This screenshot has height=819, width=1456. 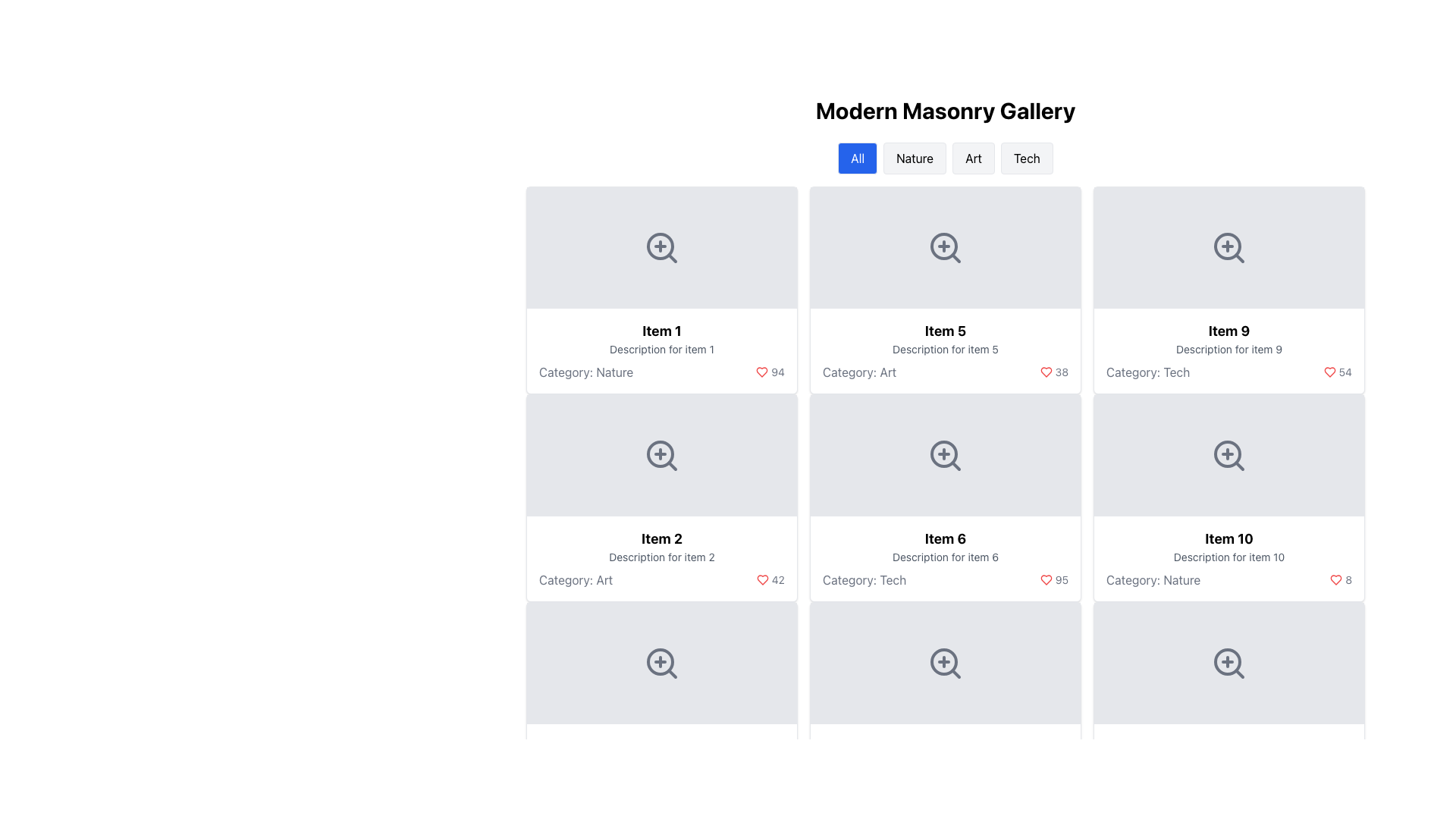 I want to click on the red heart-shaped icon representing the 'like' feature located next to the text '94' at the bottom right corner of the 'Item 1' card in the gallery layout, so click(x=762, y=372).